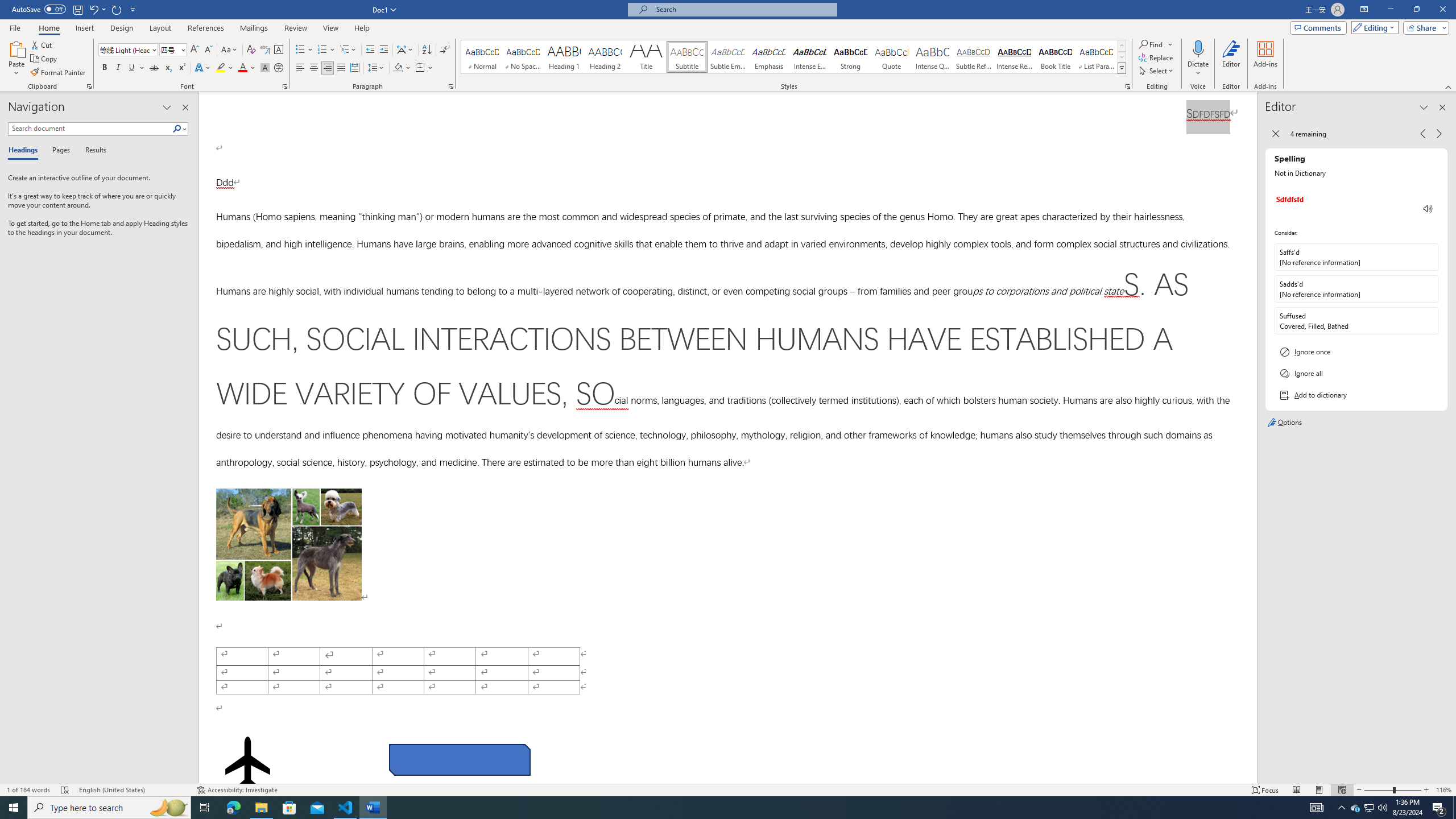 This screenshot has height=819, width=1456. What do you see at coordinates (370, 49) in the screenshot?
I see `'Decrease Indent'` at bounding box center [370, 49].